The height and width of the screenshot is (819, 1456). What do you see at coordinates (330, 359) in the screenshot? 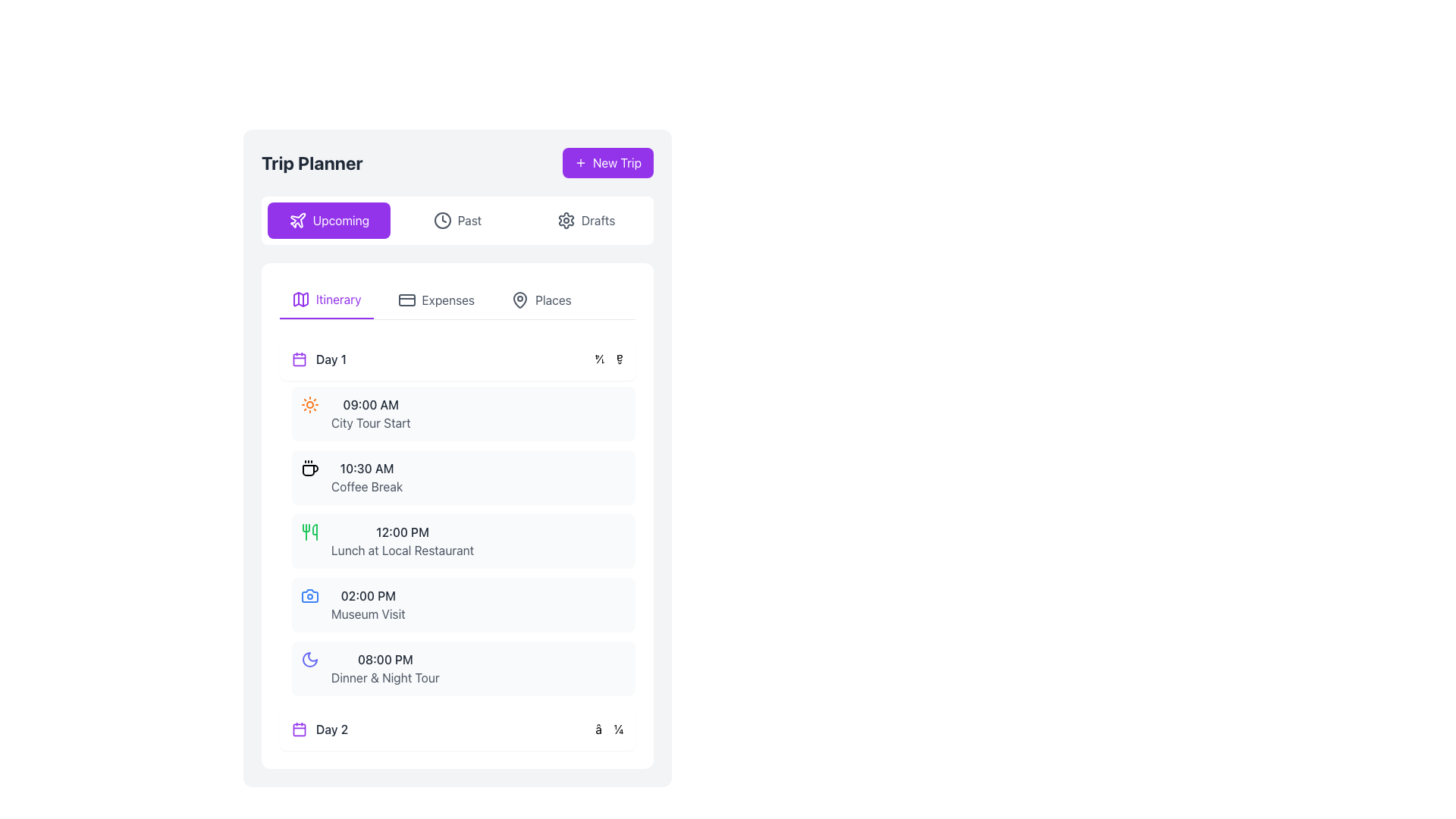
I see `the Text label that serves as a title for a specific day or segment within the planned itinerary, located to the right of the calendar icon and above the 9:00 AM event row` at bounding box center [330, 359].